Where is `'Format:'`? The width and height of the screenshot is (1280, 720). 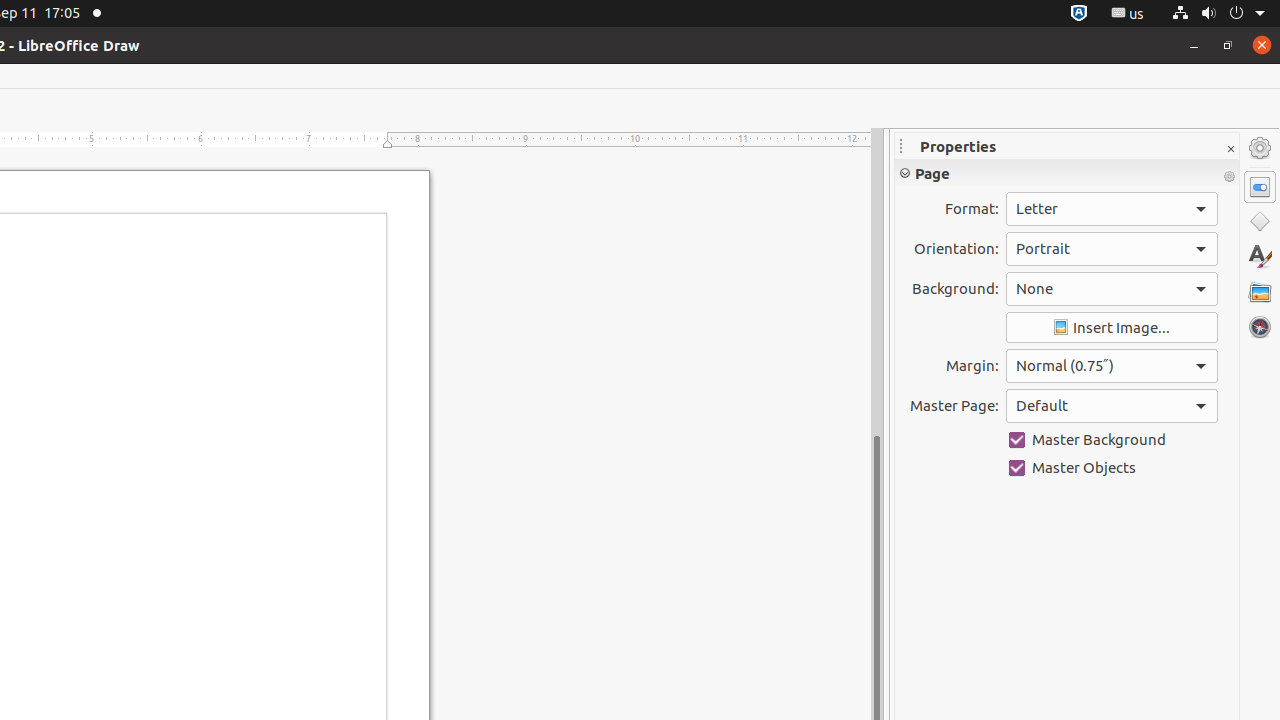 'Format:' is located at coordinates (1110, 209).